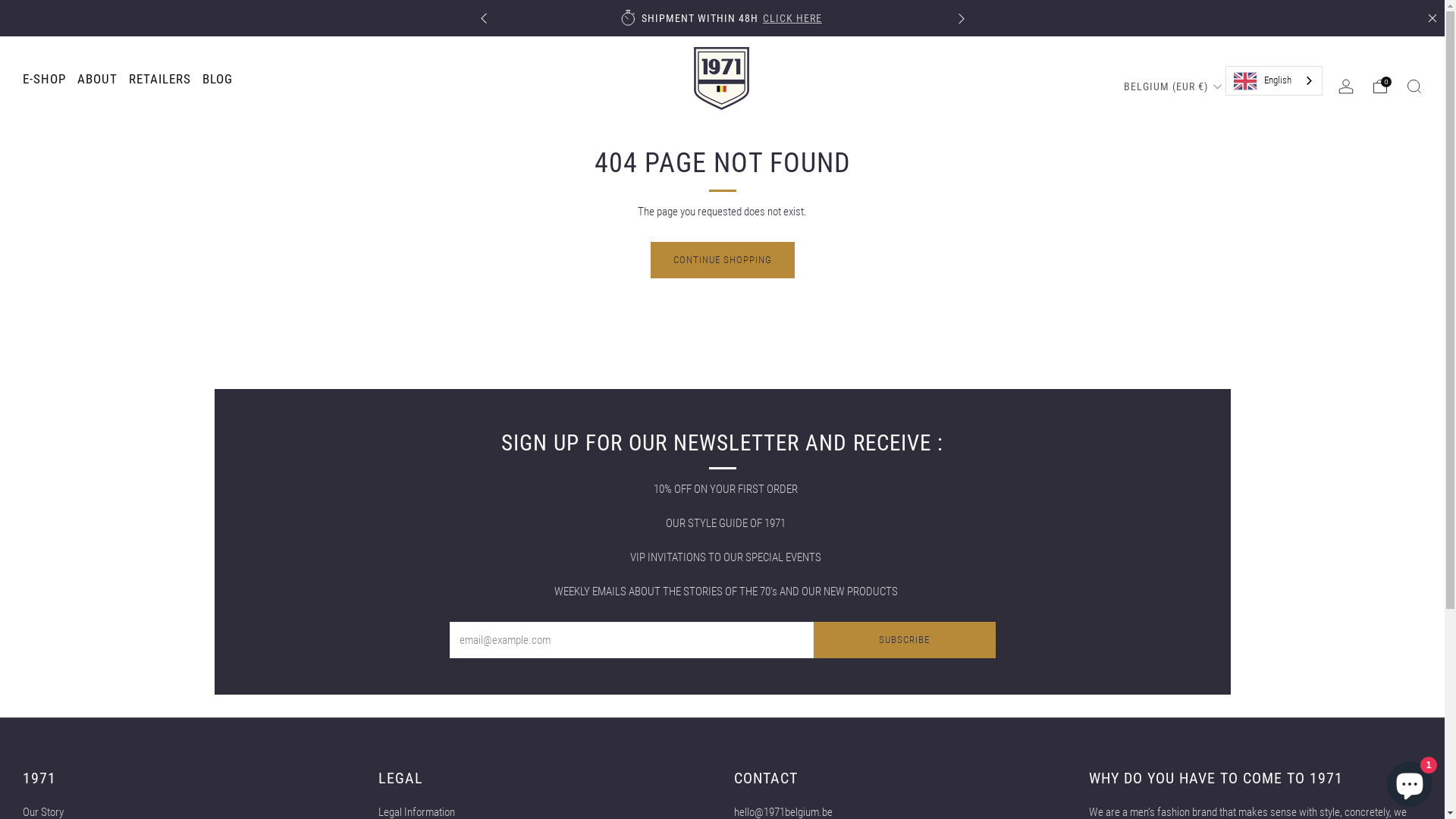 The height and width of the screenshot is (819, 1456). I want to click on 'CONTINUE SHOPPING', so click(651, 259).